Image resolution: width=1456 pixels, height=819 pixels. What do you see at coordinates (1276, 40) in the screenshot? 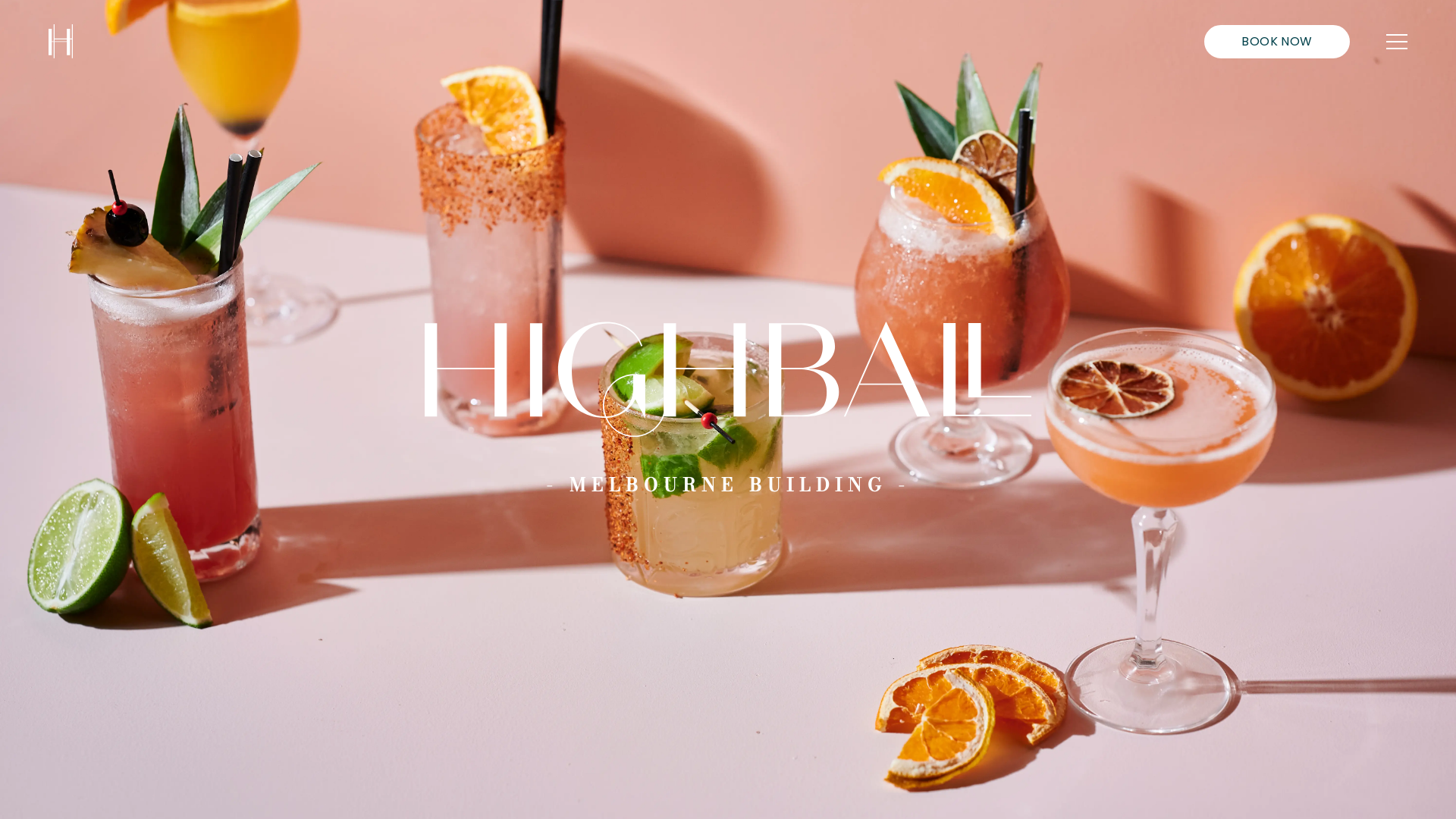
I see `'BOOK NOW'` at bounding box center [1276, 40].